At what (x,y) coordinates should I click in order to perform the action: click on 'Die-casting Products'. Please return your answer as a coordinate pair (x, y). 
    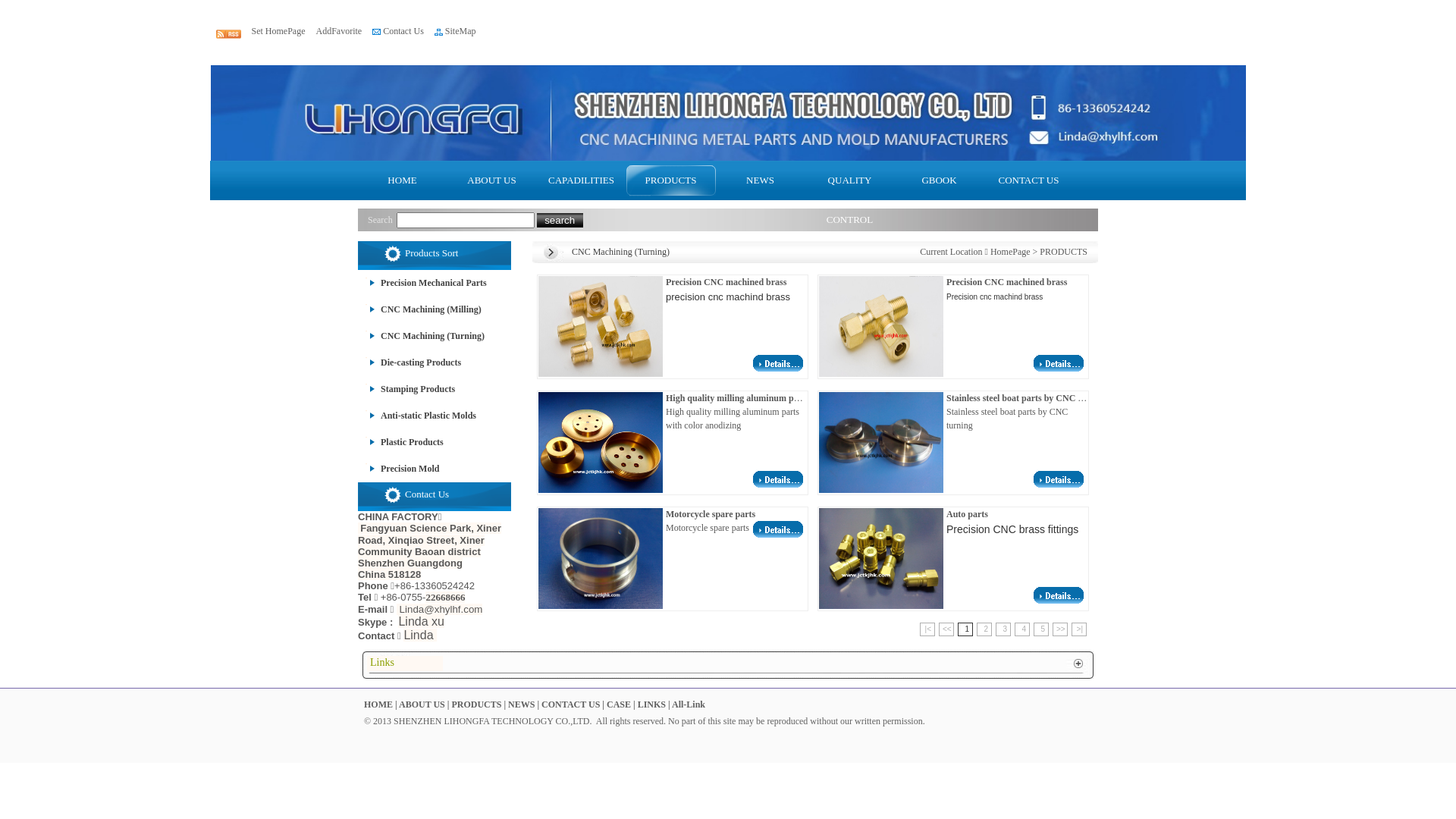
    Looking at the image, I should click on (409, 362).